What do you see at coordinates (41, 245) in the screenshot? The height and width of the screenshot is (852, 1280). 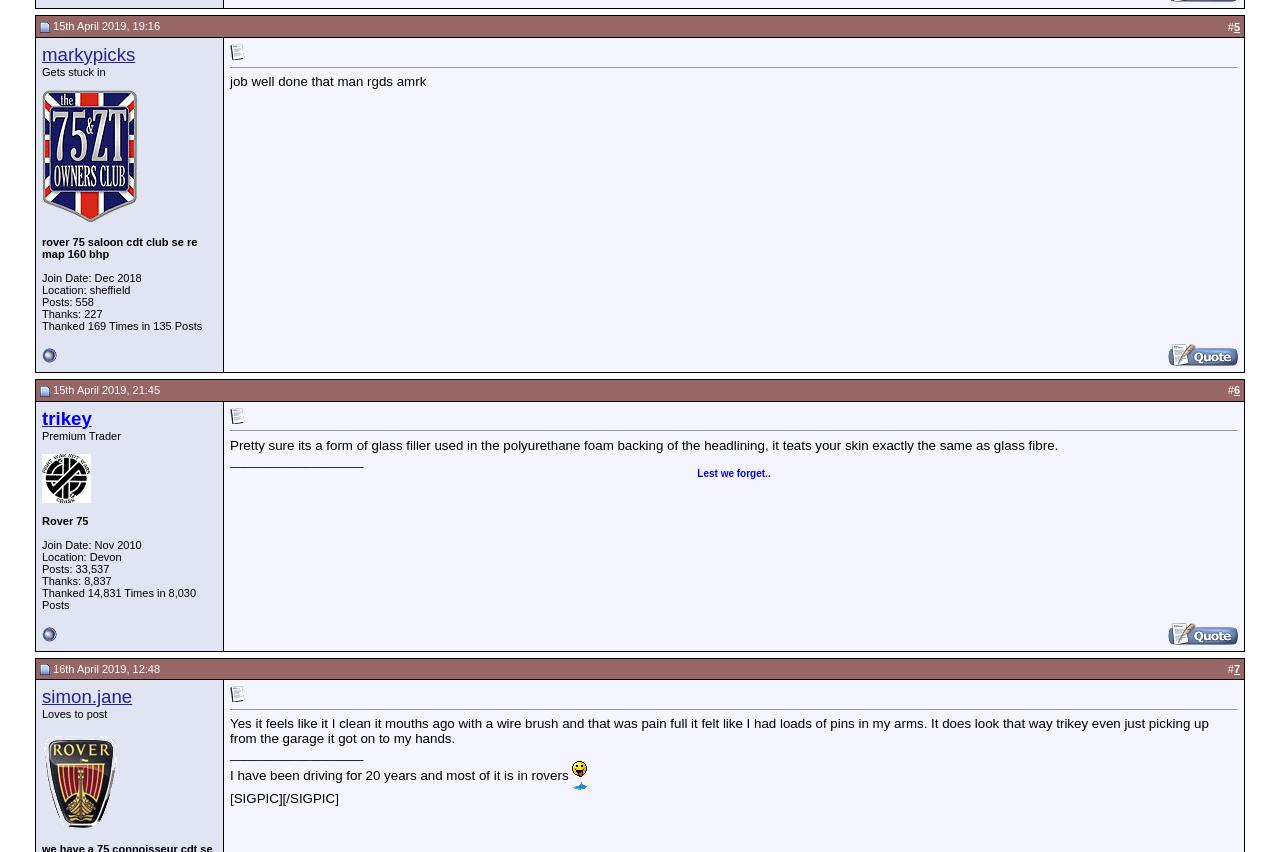 I see `'rover 75 saloon cdt club se re map 160 bhp'` at bounding box center [41, 245].